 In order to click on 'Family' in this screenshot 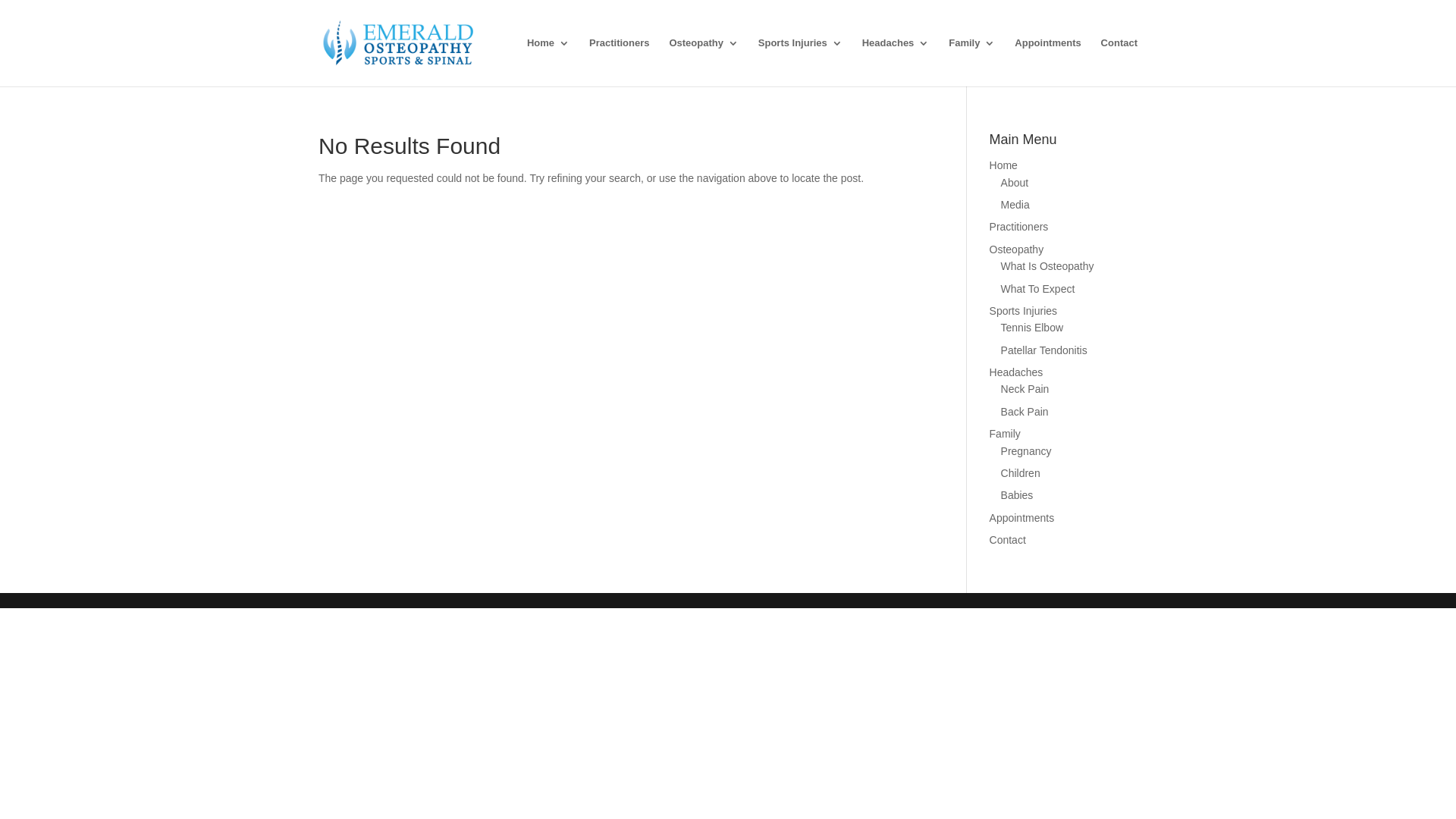, I will do `click(1005, 433)`.